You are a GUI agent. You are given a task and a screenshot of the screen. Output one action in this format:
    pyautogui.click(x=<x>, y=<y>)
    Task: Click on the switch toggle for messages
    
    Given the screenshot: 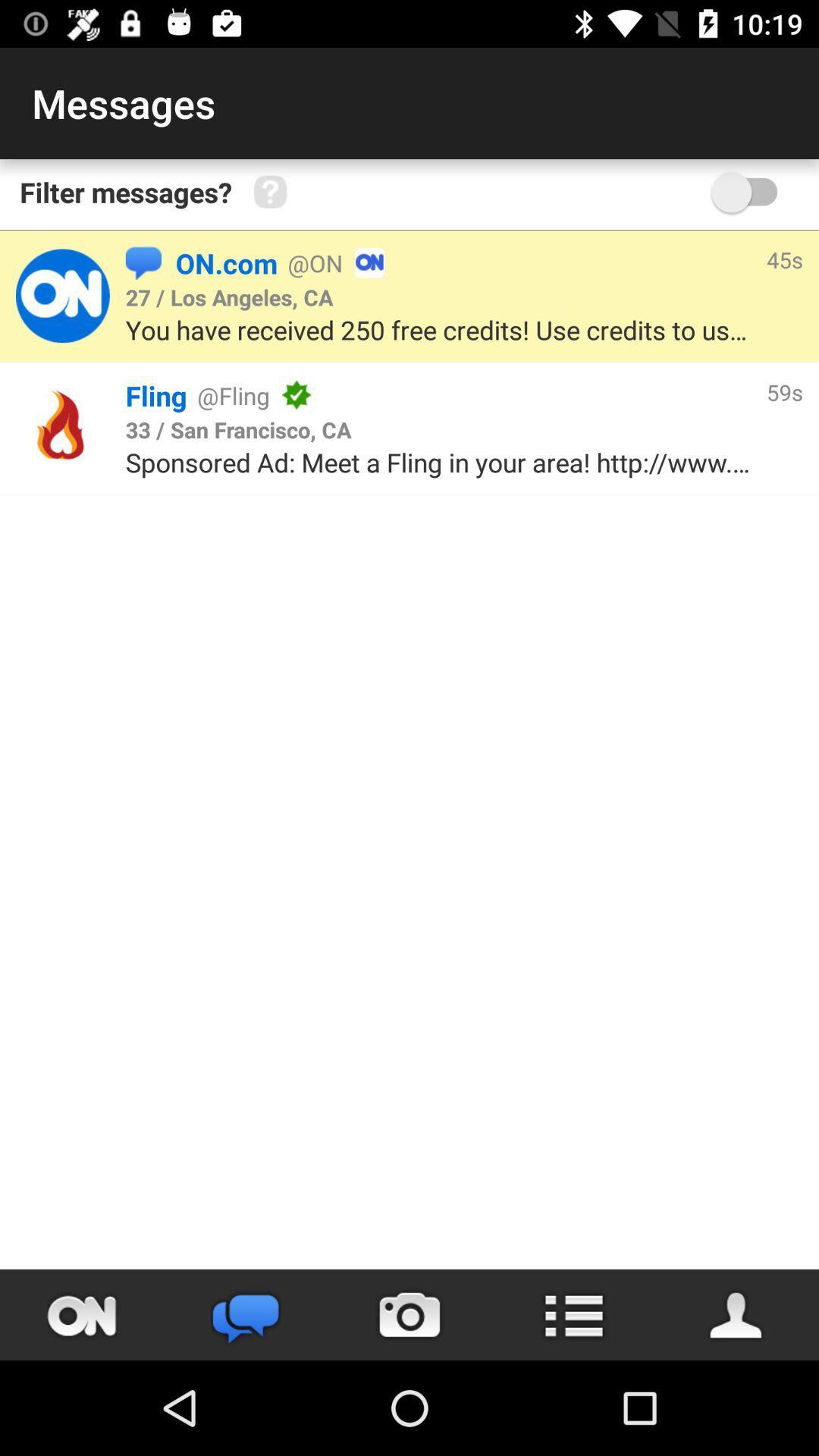 What is the action you would take?
    pyautogui.click(x=752, y=191)
    